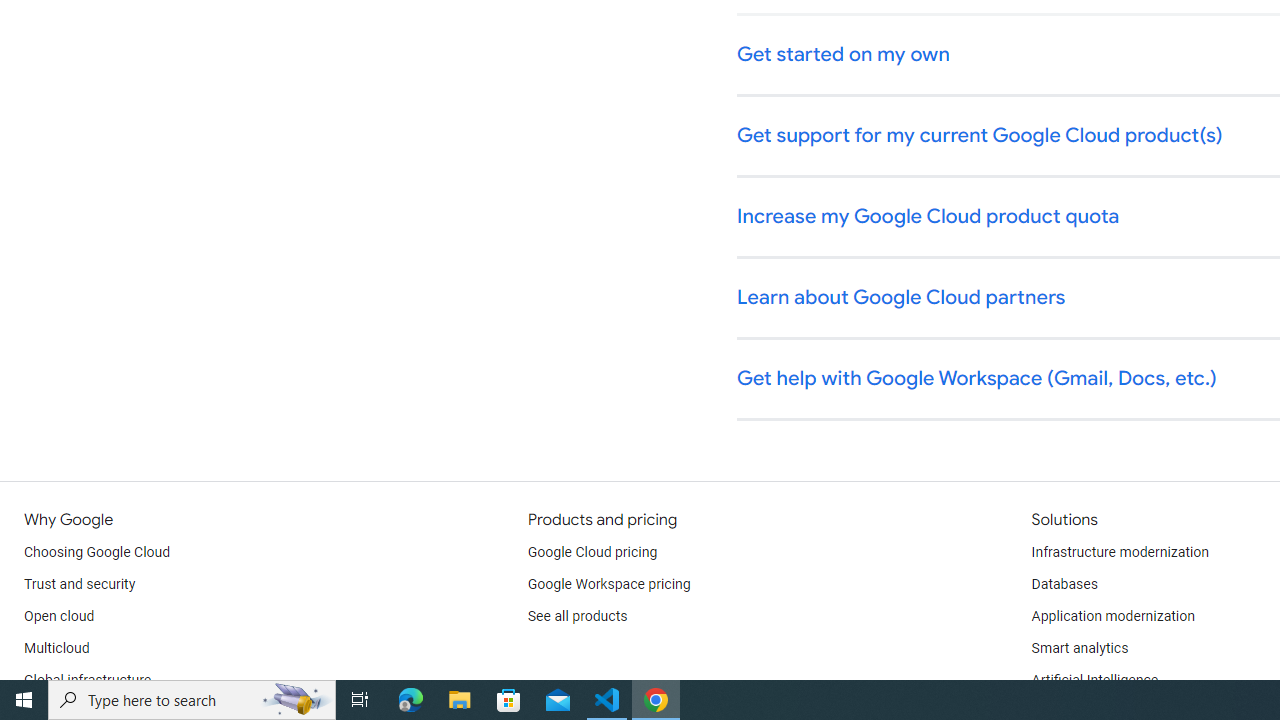  Describe the element at coordinates (591, 552) in the screenshot. I see `'Google Cloud pricing'` at that location.